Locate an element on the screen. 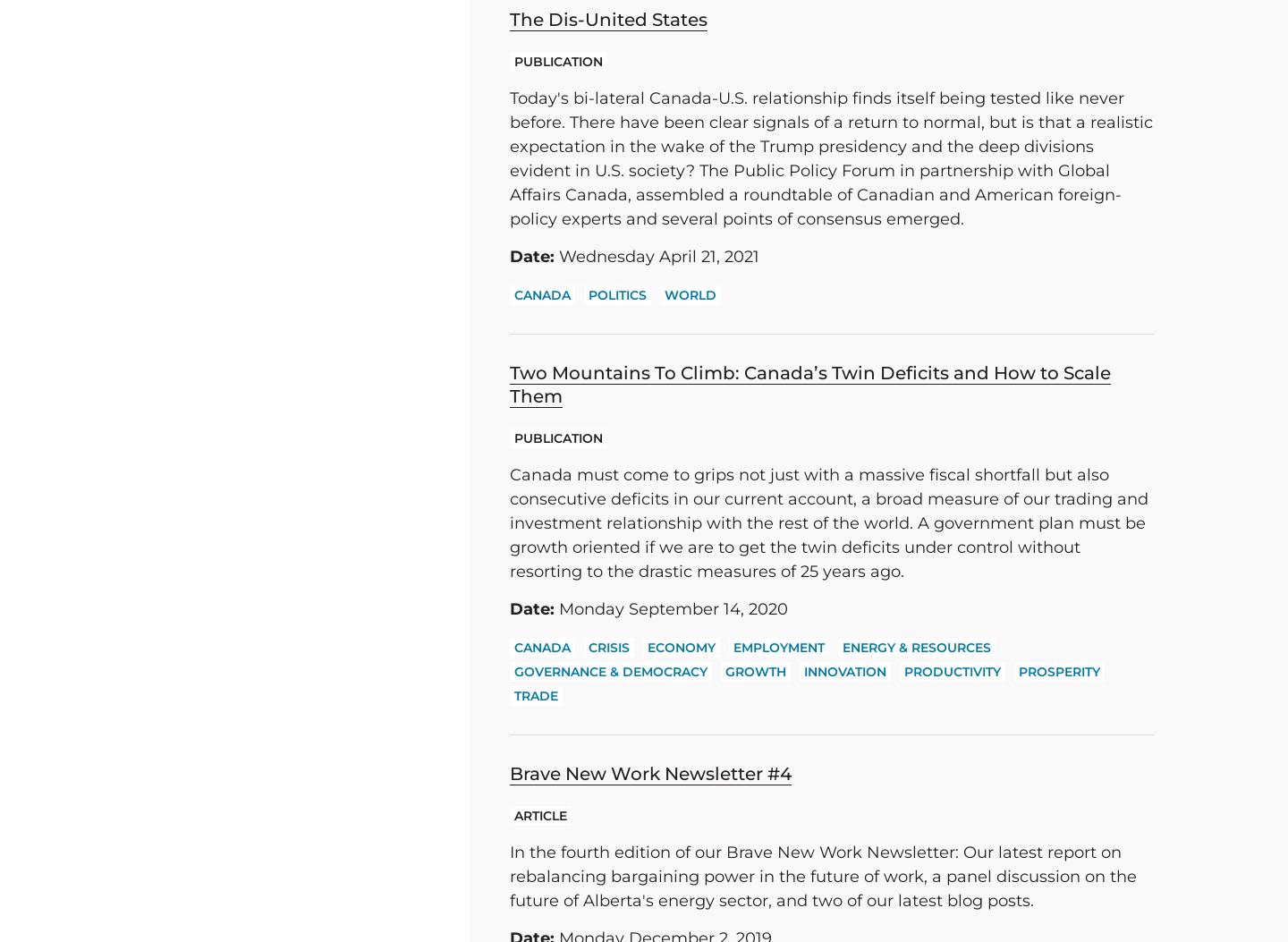 The height and width of the screenshot is (942, 1288). 'Two Mountains To Climb: Canada’s Twin Deficits and How to Scale Them' is located at coordinates (810, 385).